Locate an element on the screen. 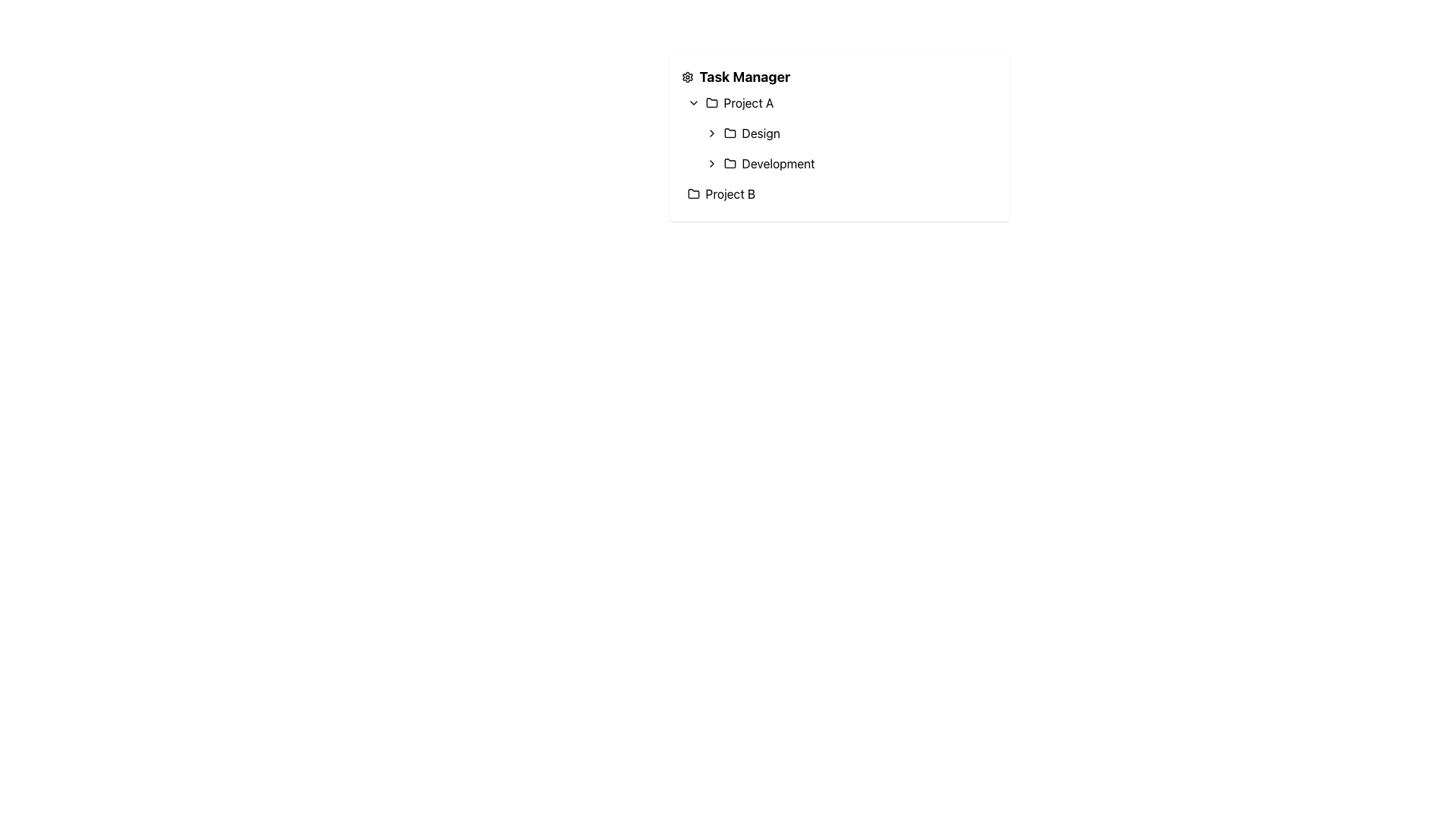  the folder icon representing 'Project A' to trigger a tooltip is located at coordinates (711, 102).